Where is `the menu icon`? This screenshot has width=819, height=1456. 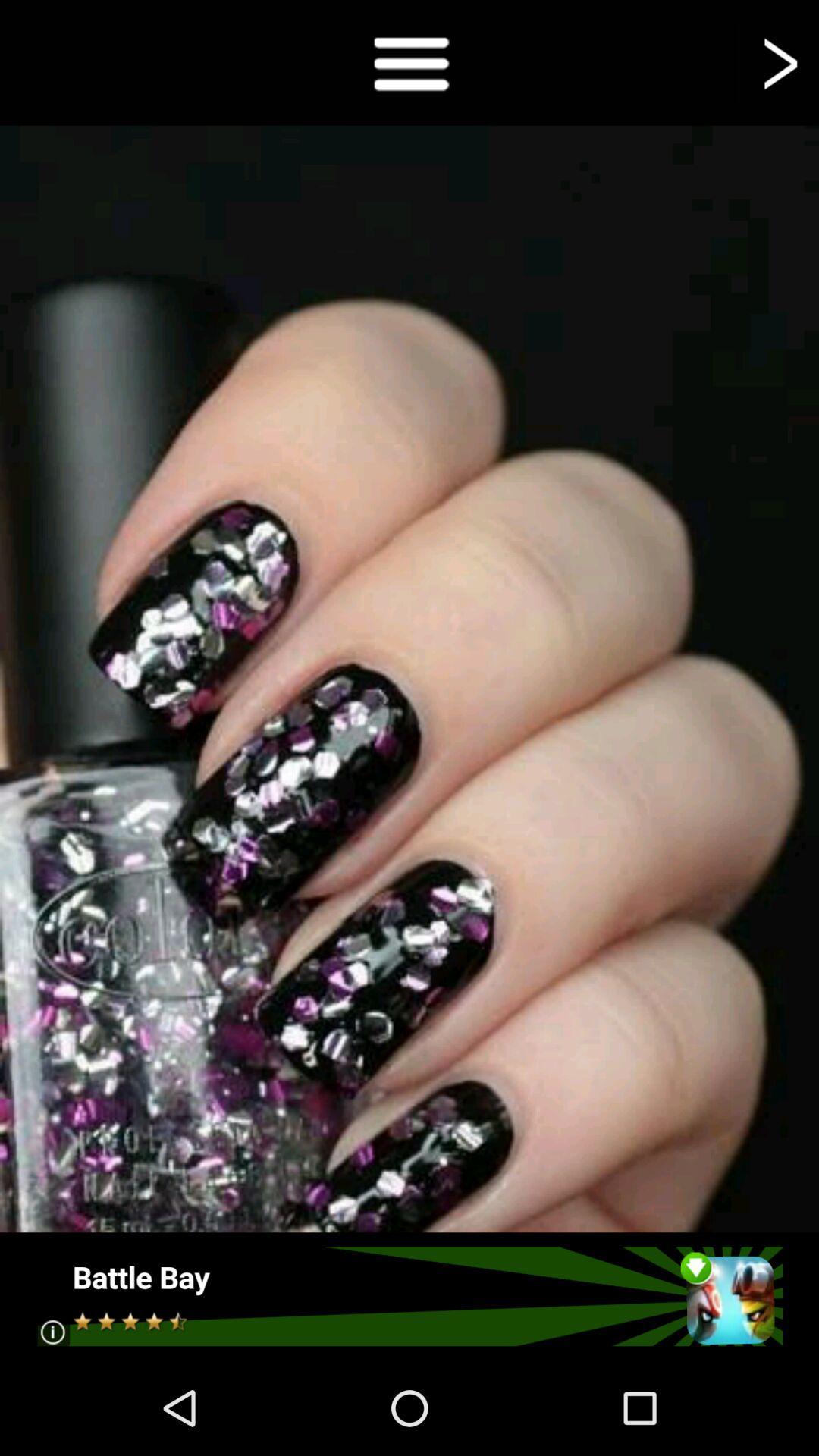
the menu icon is located at coordinates (409, 66).